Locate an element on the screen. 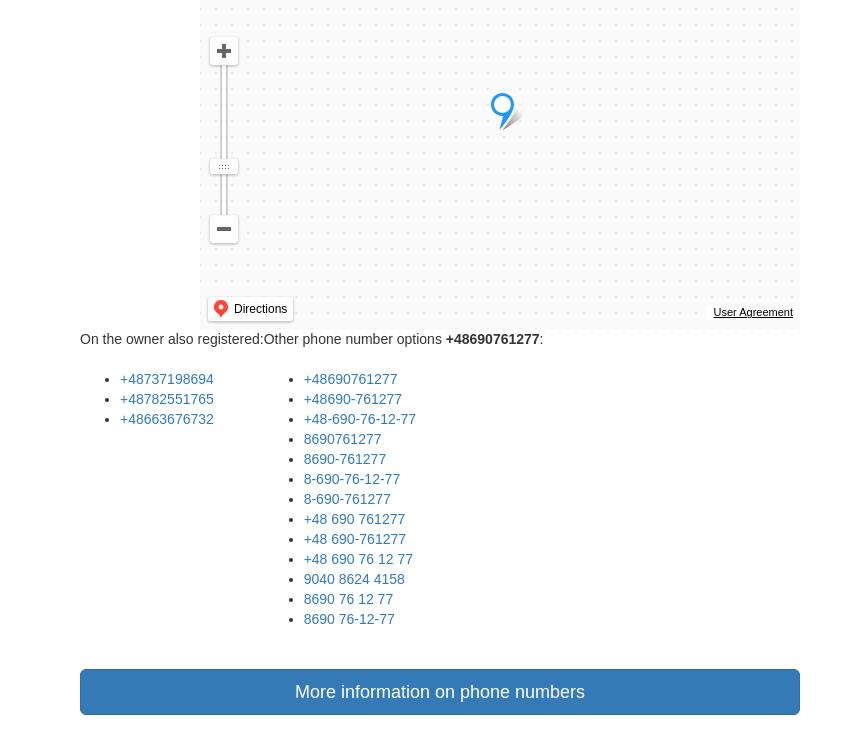 The height and width of the screenshot is (733, 850). 'More information on phone numbers' is located at coordinates (293, 692).